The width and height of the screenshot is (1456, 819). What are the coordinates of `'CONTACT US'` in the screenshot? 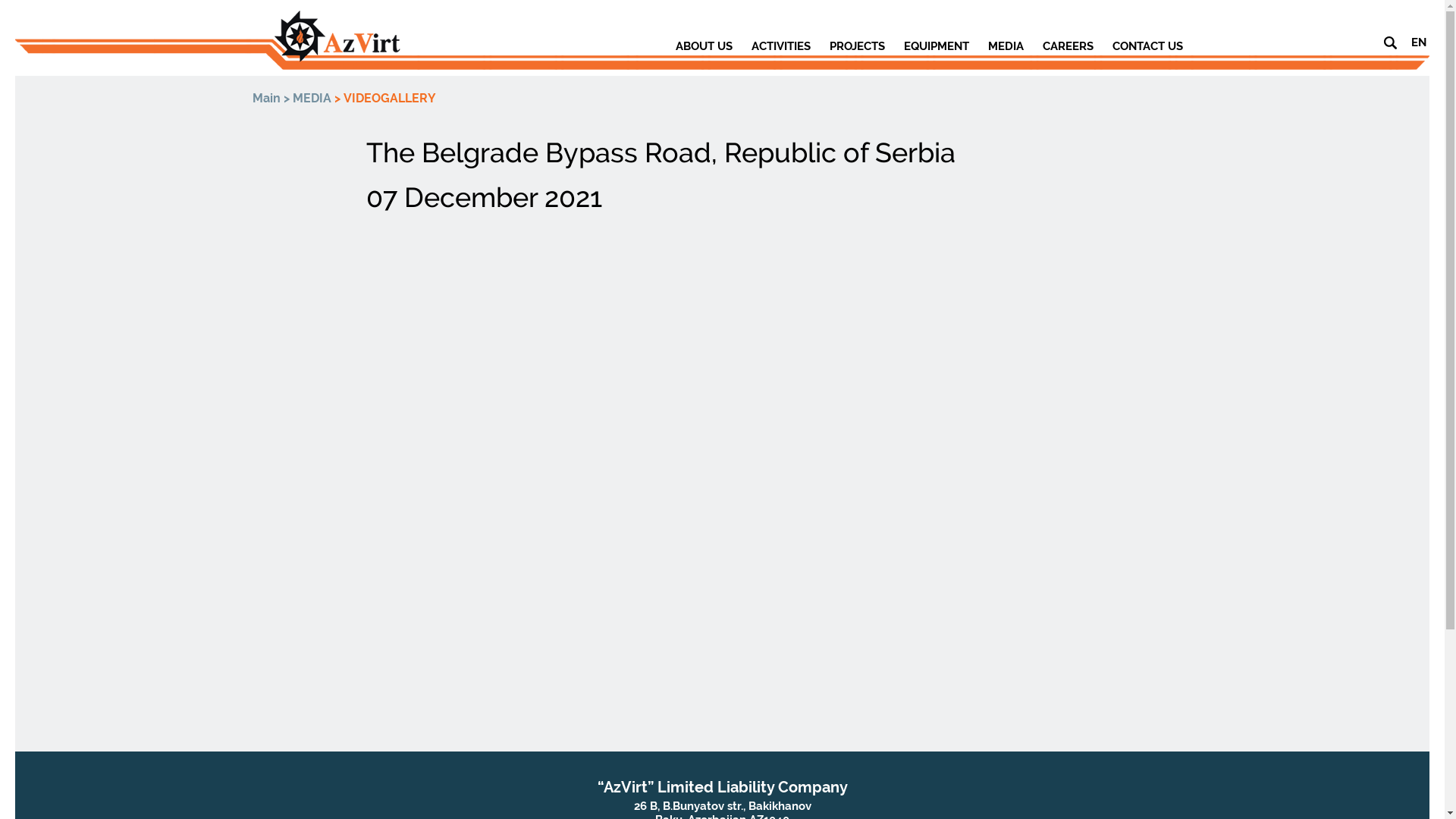 It's located at (1147, 45).